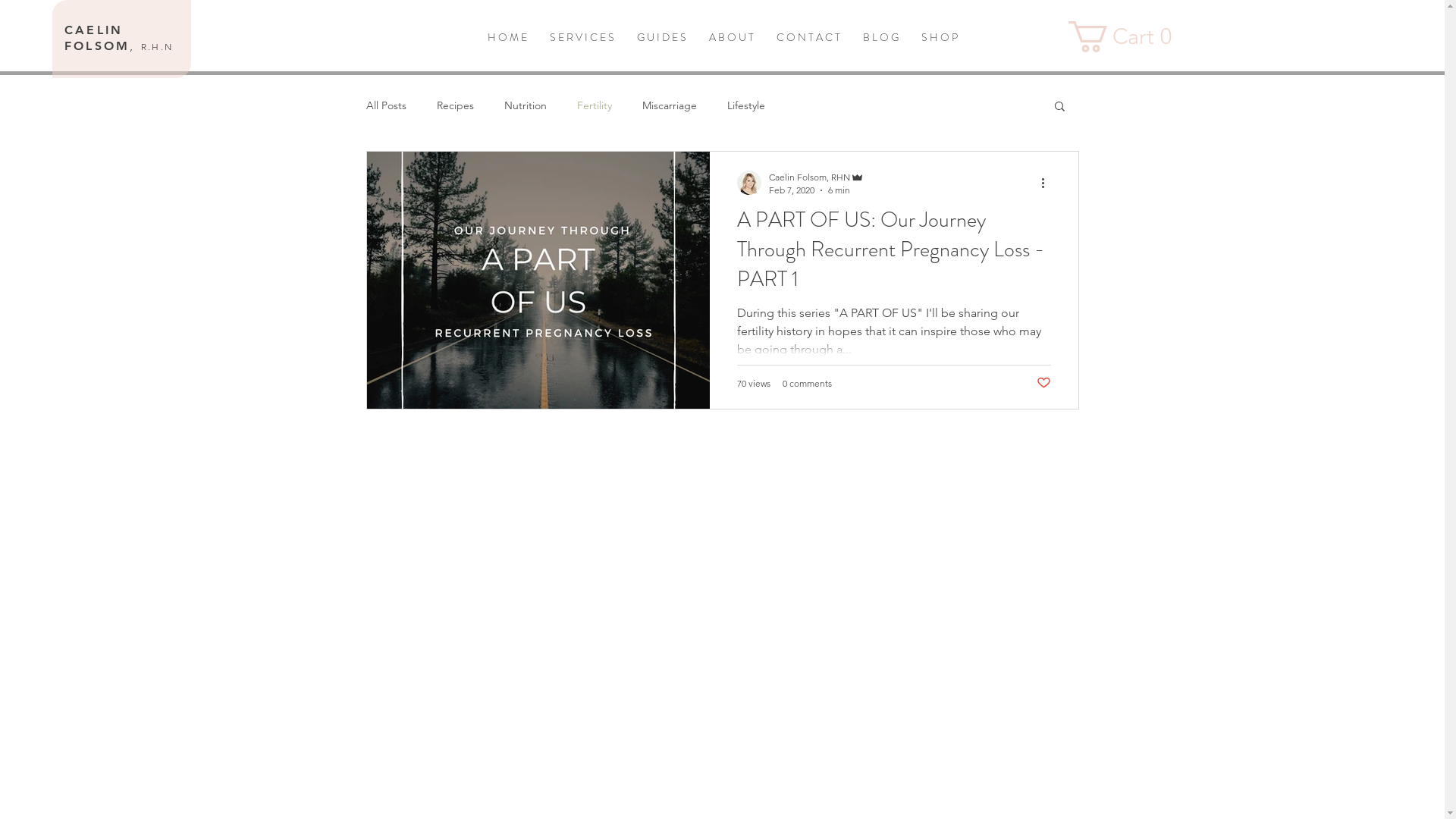  Describe the element at coordinates (625, 36) in the screenshot. I see `'G U I D E S'` at that location.